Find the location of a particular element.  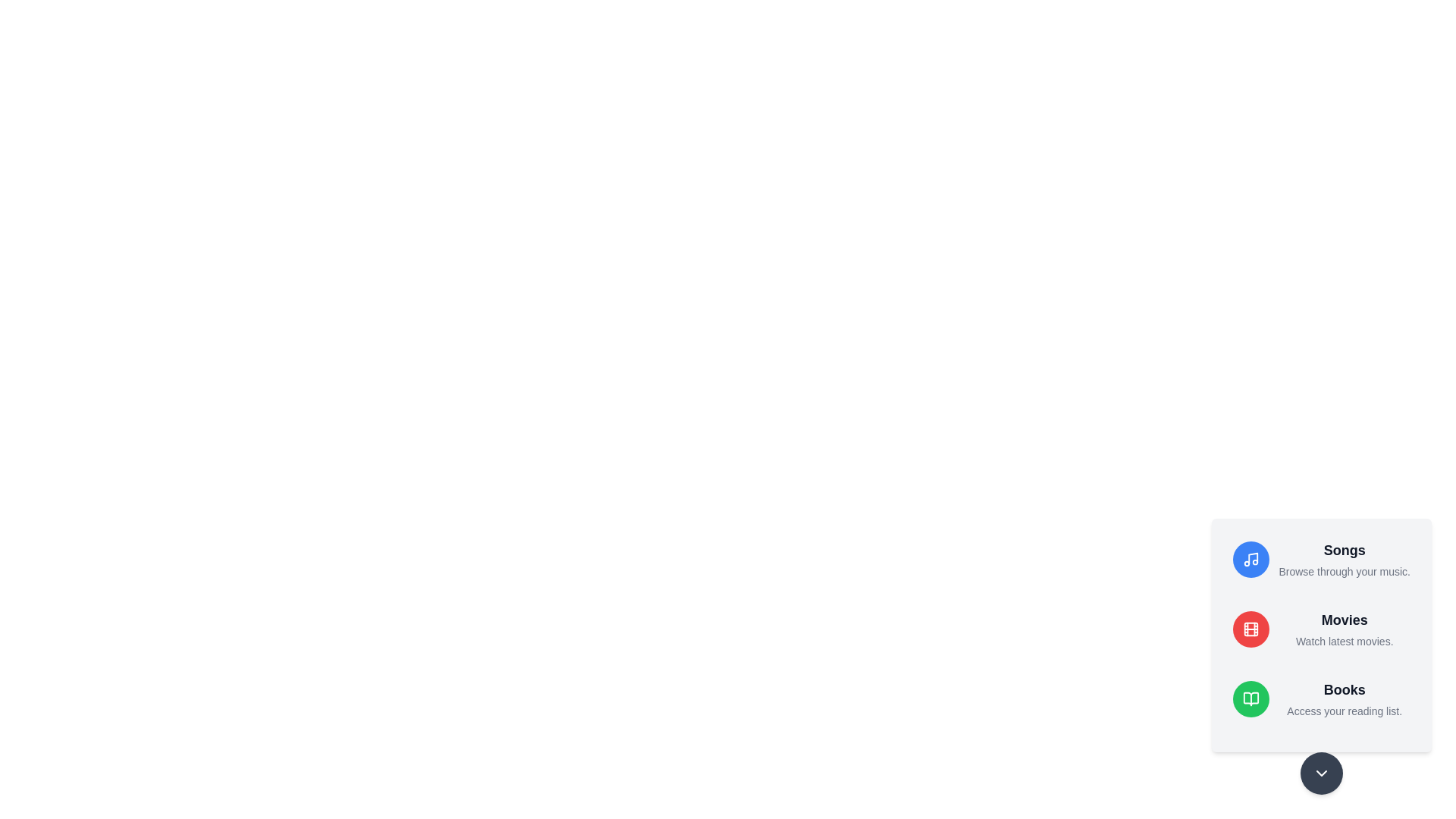

the Songs button to interact with the corresponding media option is located at coordinates (1251, 559).